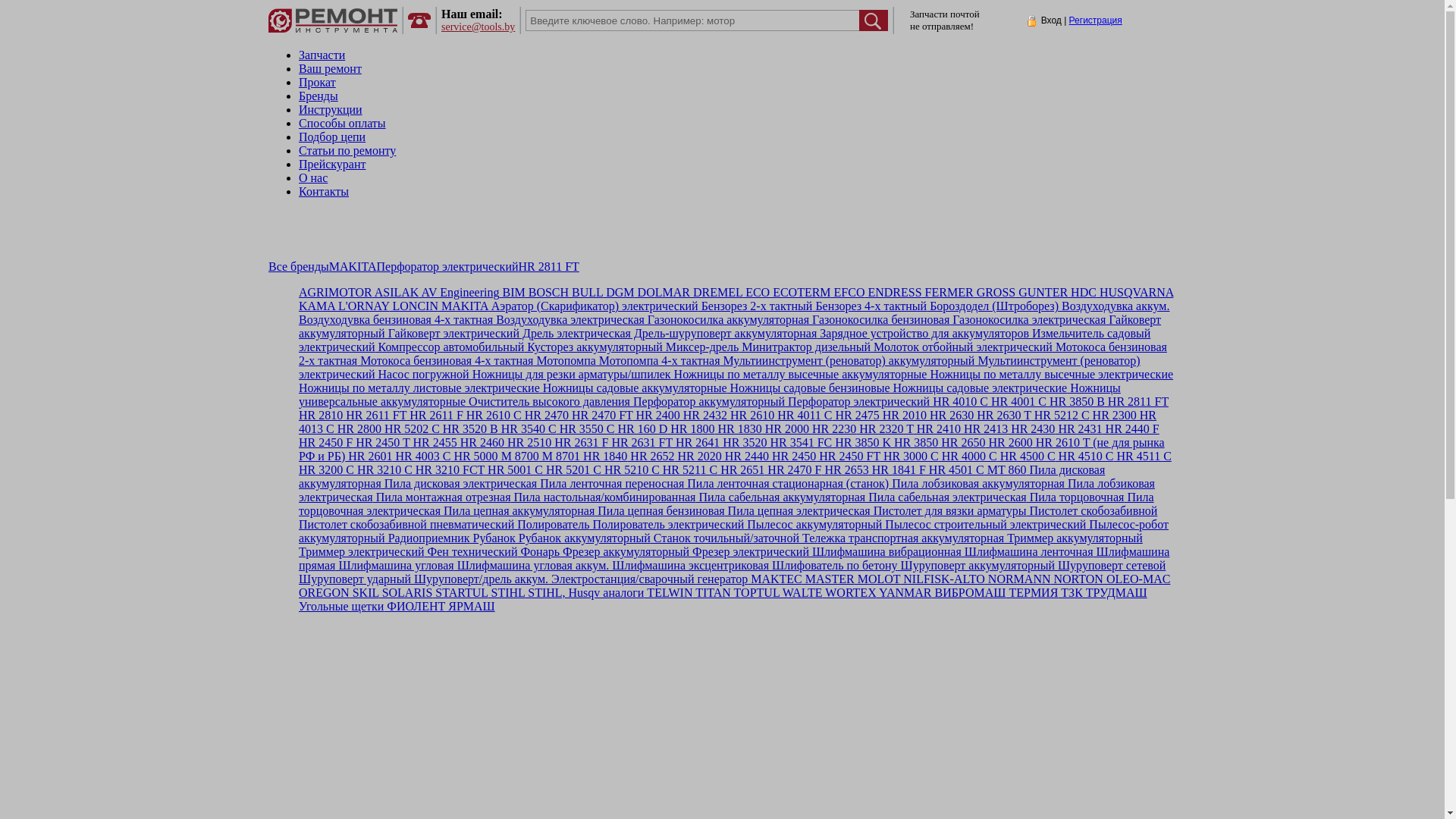 The width and height of the screenshot is (1456, 819). I want to click on 'SOLARIS', so click(406, 591).